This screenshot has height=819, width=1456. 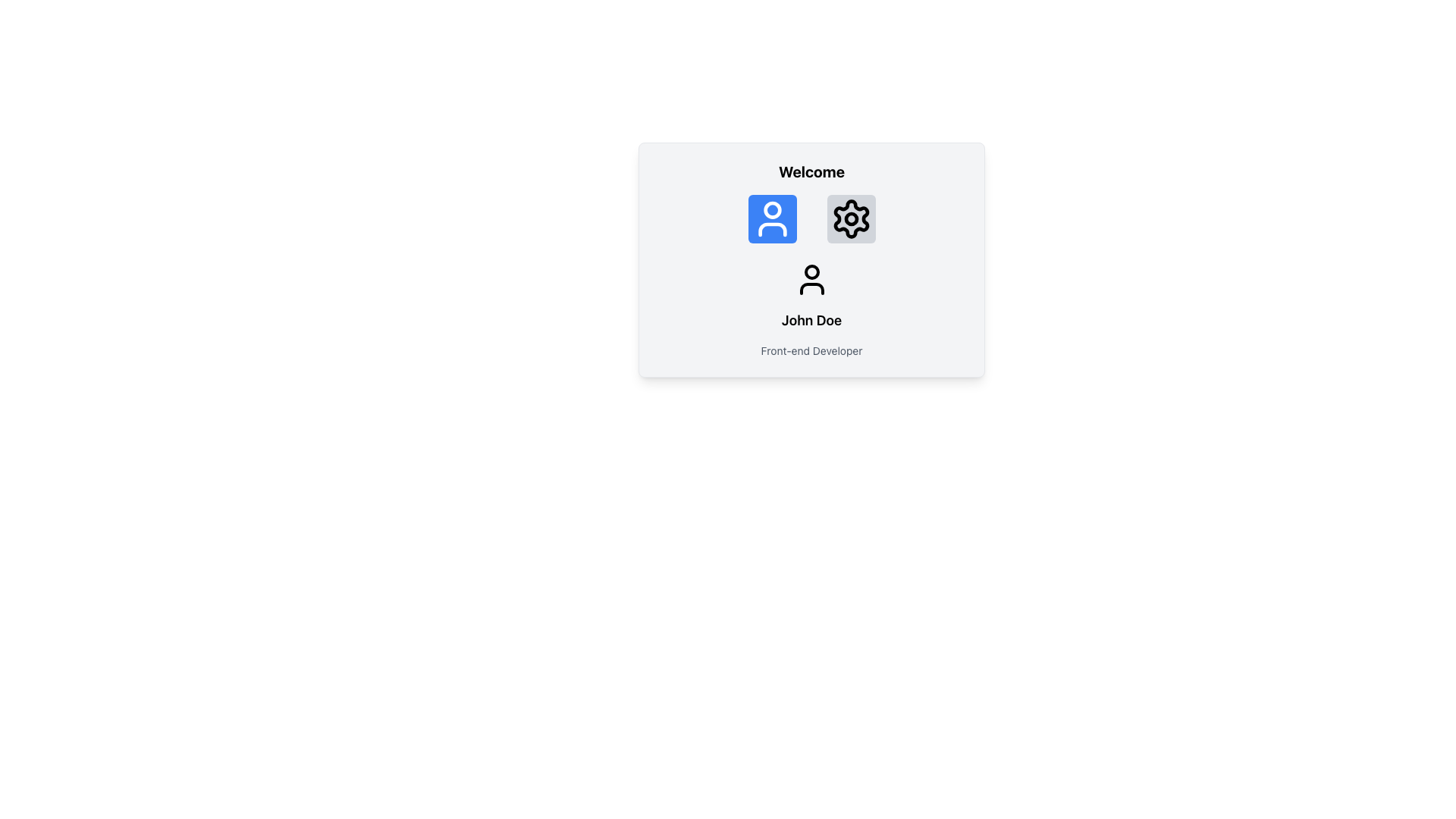 What do you see at coordinates (851, 219) in the screenshot?
I see `the gear icon, which is the second icon in a group of two icons` at bounding box center [851, 219].